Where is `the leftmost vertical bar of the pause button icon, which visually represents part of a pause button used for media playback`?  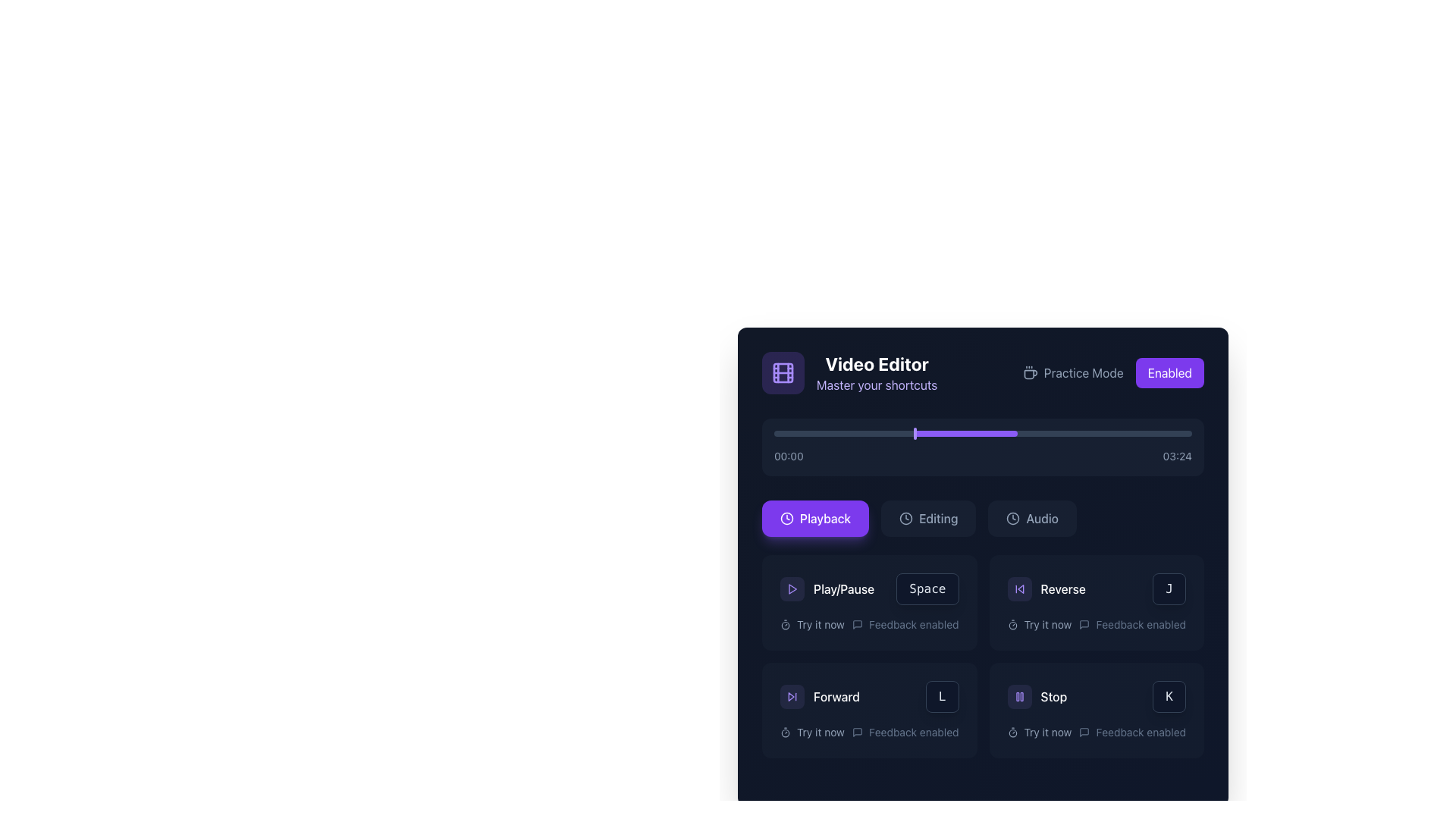 the leftmost vertical bar of the pause button icon, which visually represents part of a pause button used for media playback is located at coordinates (1017, 696).